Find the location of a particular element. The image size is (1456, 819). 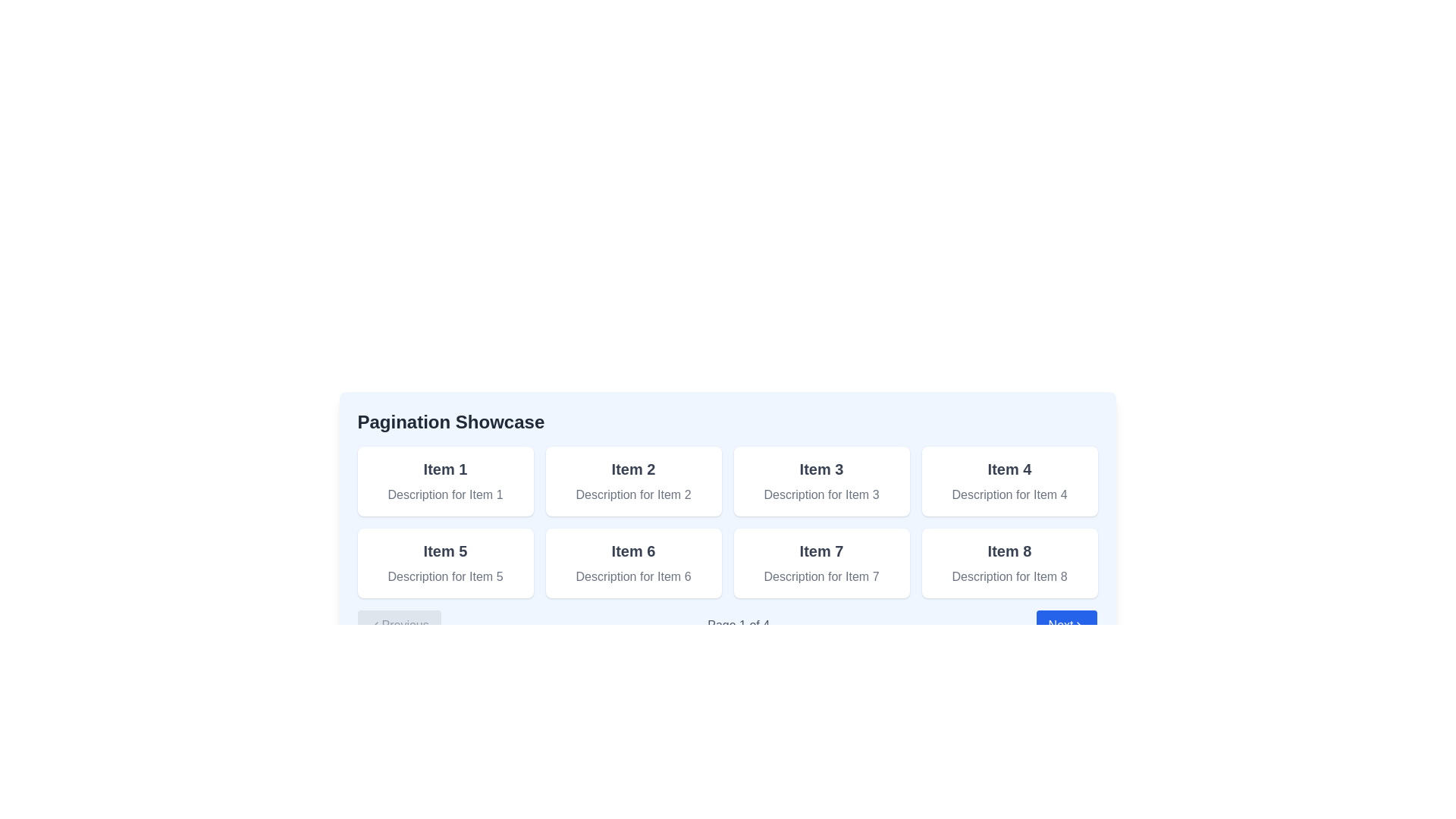

displayed text on the Information card for 'Item 4', which is located in the first row and fourth column of a grid layout is located at coordinates (1009, 482).